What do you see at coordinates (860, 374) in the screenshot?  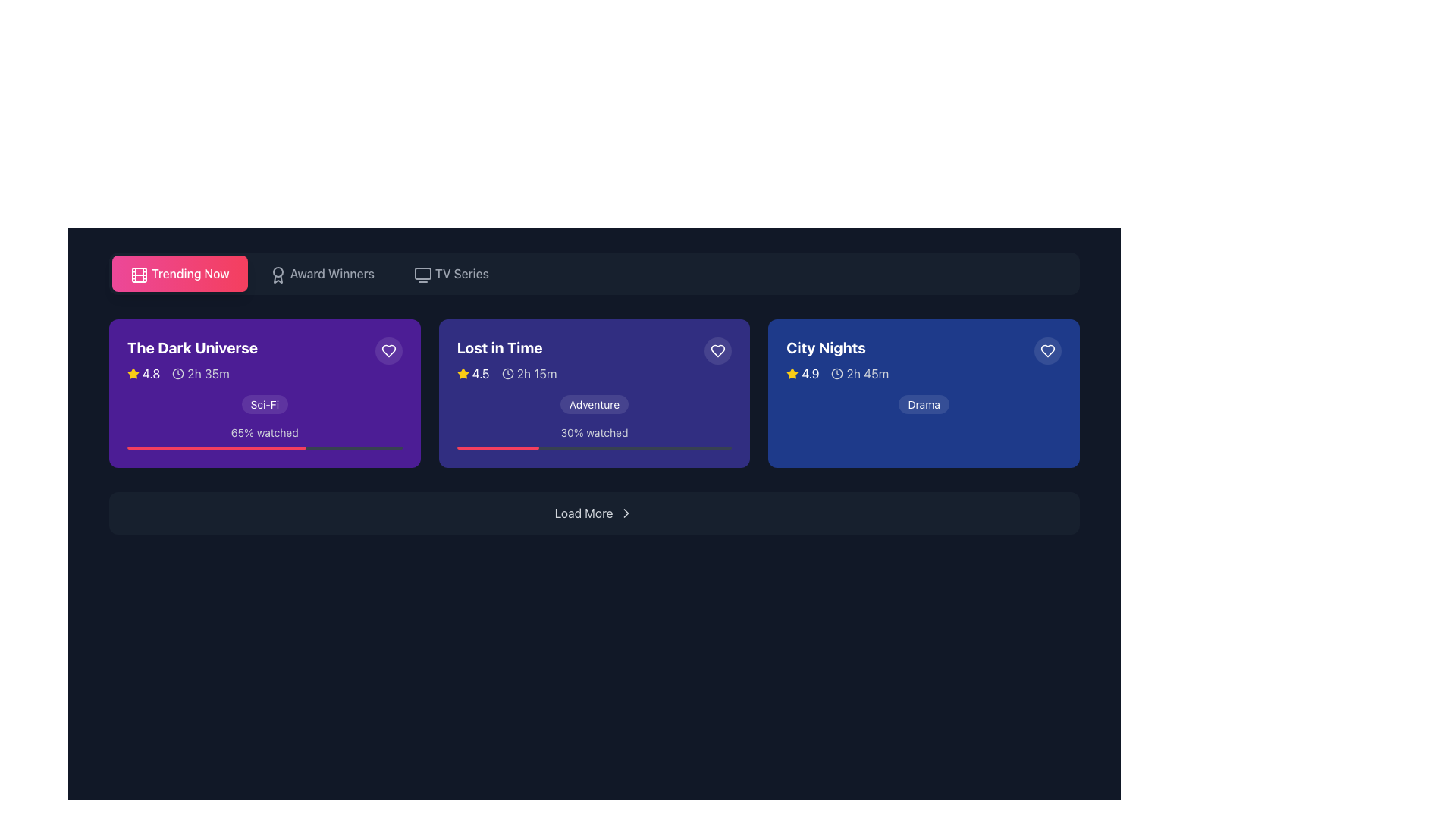 I see `the static text element that displays the duration of the movie or show, located at the top center of the rightmost card in a three-card grid layout, following a yellow star rating indicator` at bounding box center [860, 374].